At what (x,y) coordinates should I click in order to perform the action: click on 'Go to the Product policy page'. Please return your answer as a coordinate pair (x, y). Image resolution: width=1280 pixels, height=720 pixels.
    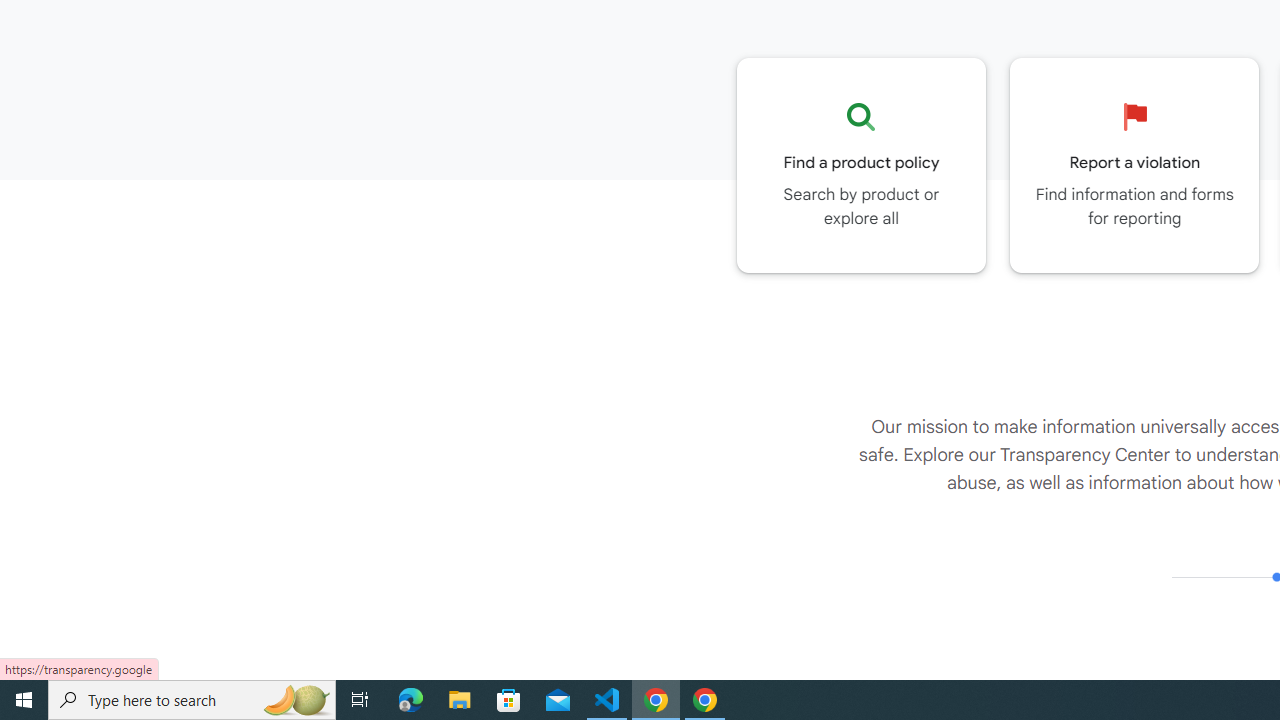
    Looking at the image, I should click on (861, 164).